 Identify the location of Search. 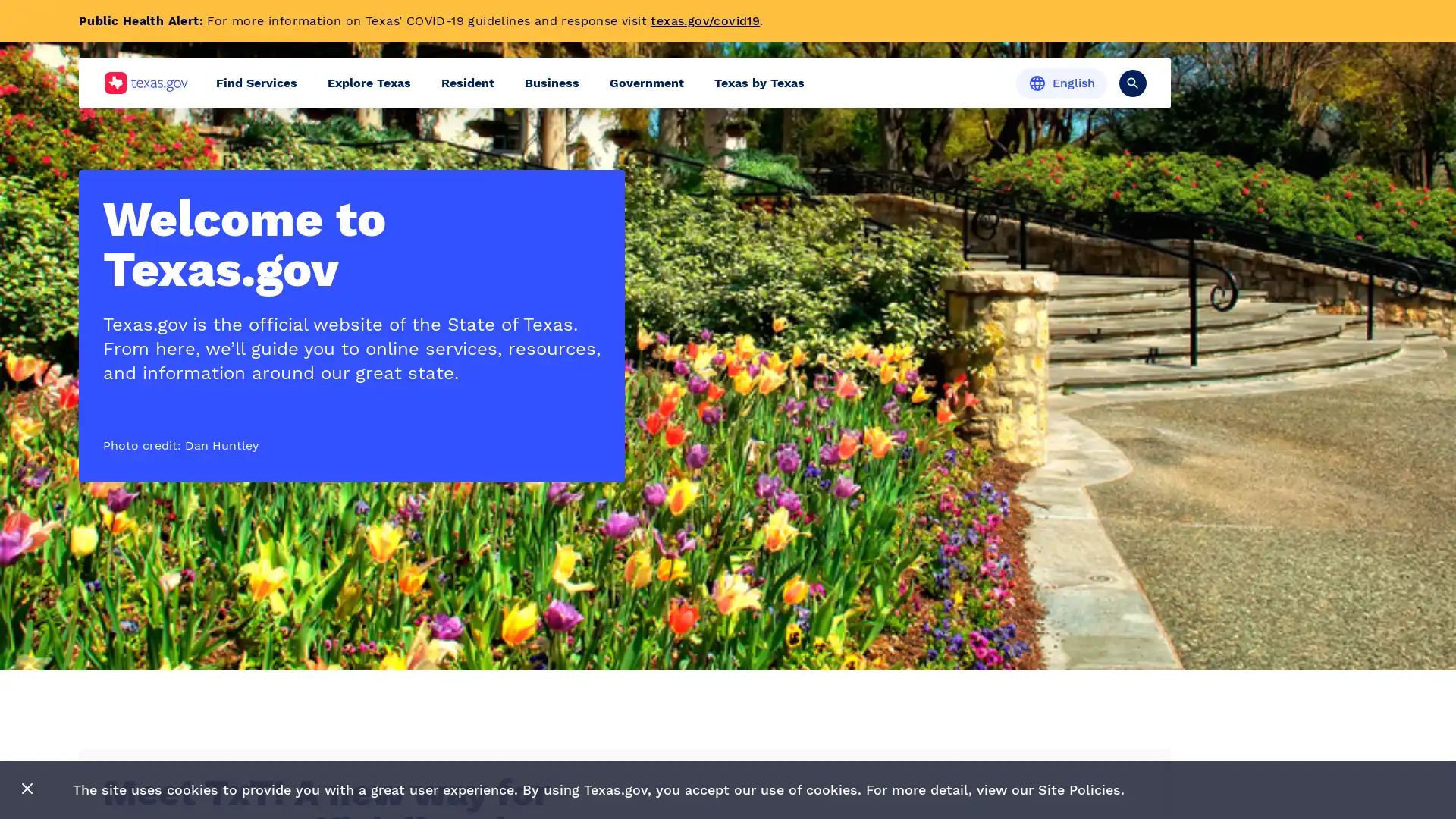
(1132, 82).